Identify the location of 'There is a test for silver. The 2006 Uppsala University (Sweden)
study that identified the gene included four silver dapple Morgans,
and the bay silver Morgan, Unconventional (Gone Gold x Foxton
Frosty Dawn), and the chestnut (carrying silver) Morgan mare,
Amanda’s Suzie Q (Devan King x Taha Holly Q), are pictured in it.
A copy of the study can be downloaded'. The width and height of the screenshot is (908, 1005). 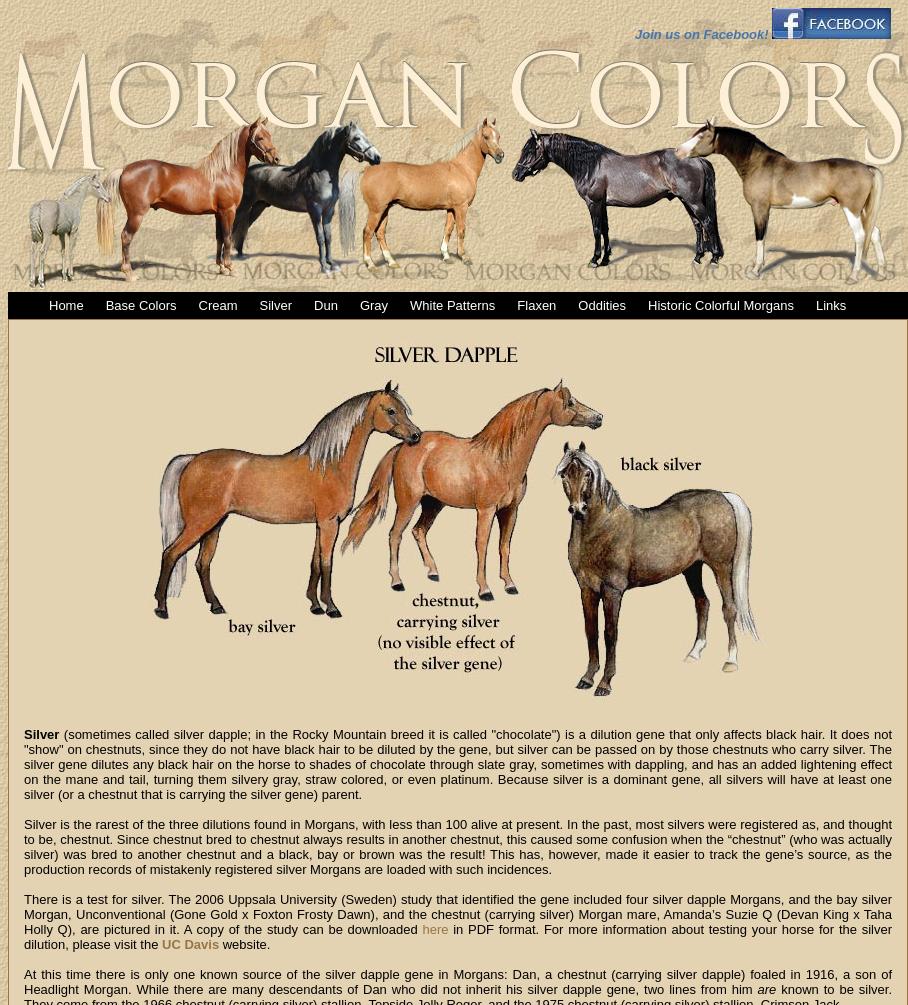
(456, 913).